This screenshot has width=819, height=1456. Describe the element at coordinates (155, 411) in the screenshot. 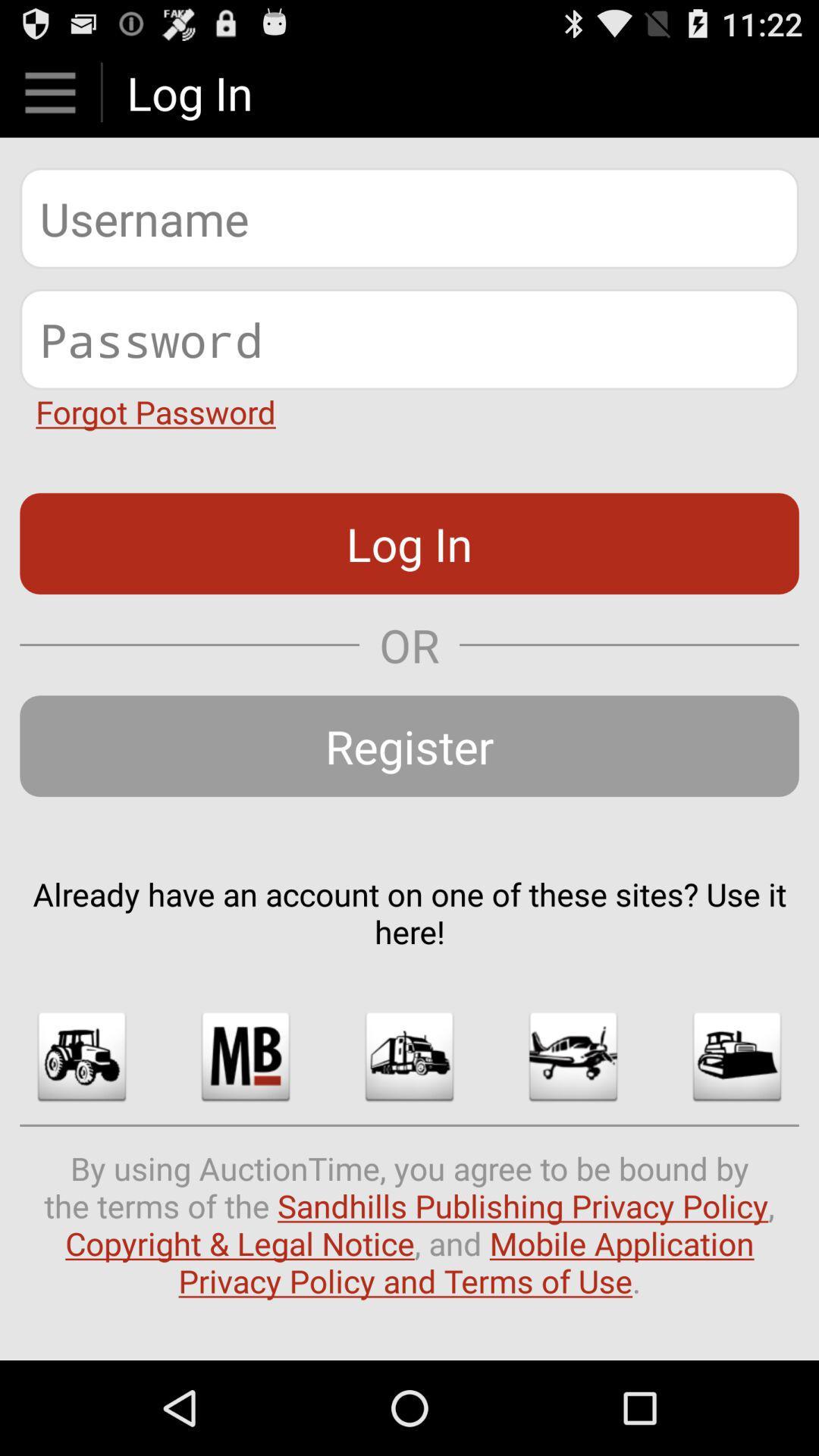

I see `forgot password item` at that location.